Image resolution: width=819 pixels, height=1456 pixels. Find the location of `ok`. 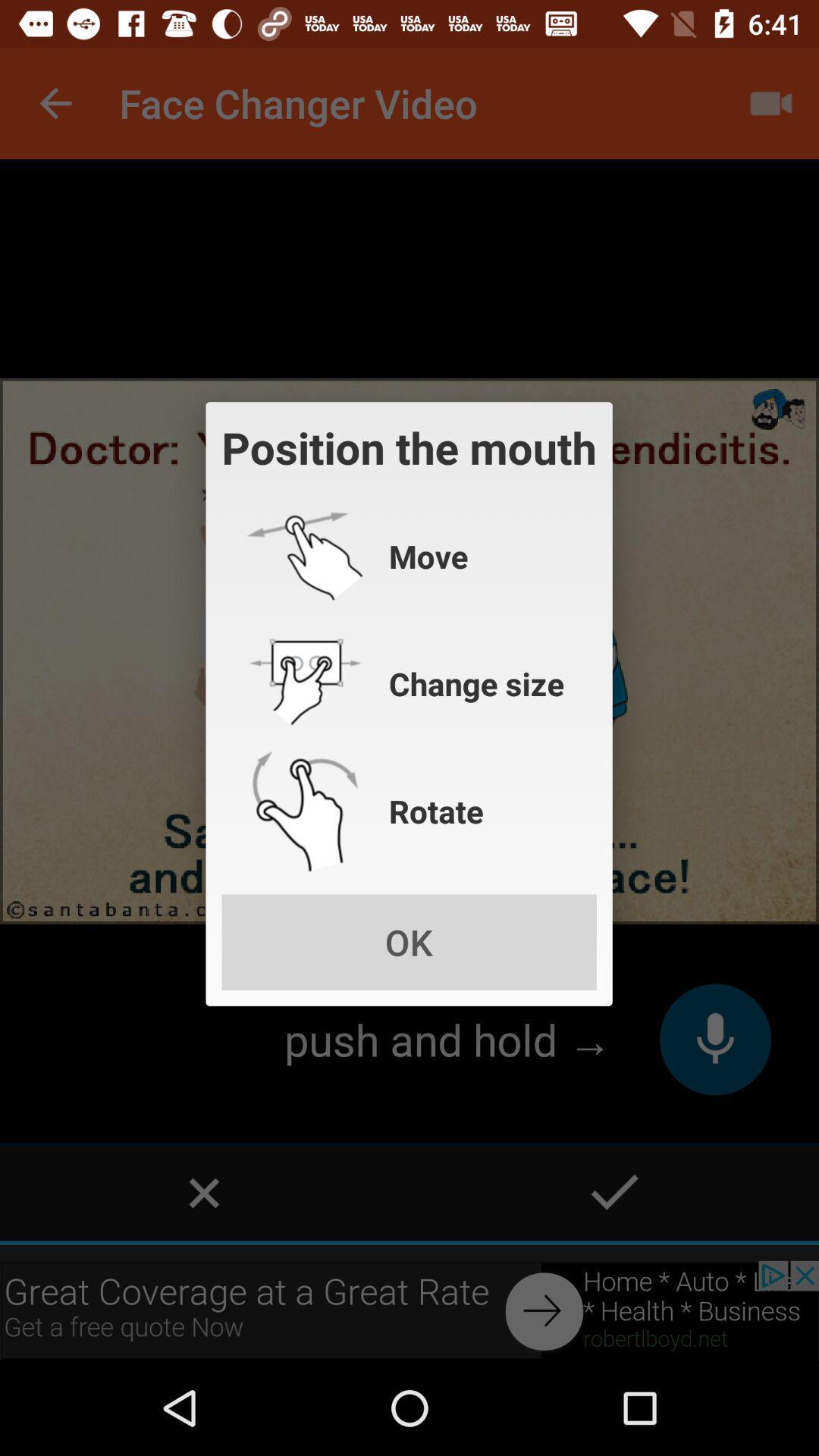

ok is located at coordinates (408, 941).